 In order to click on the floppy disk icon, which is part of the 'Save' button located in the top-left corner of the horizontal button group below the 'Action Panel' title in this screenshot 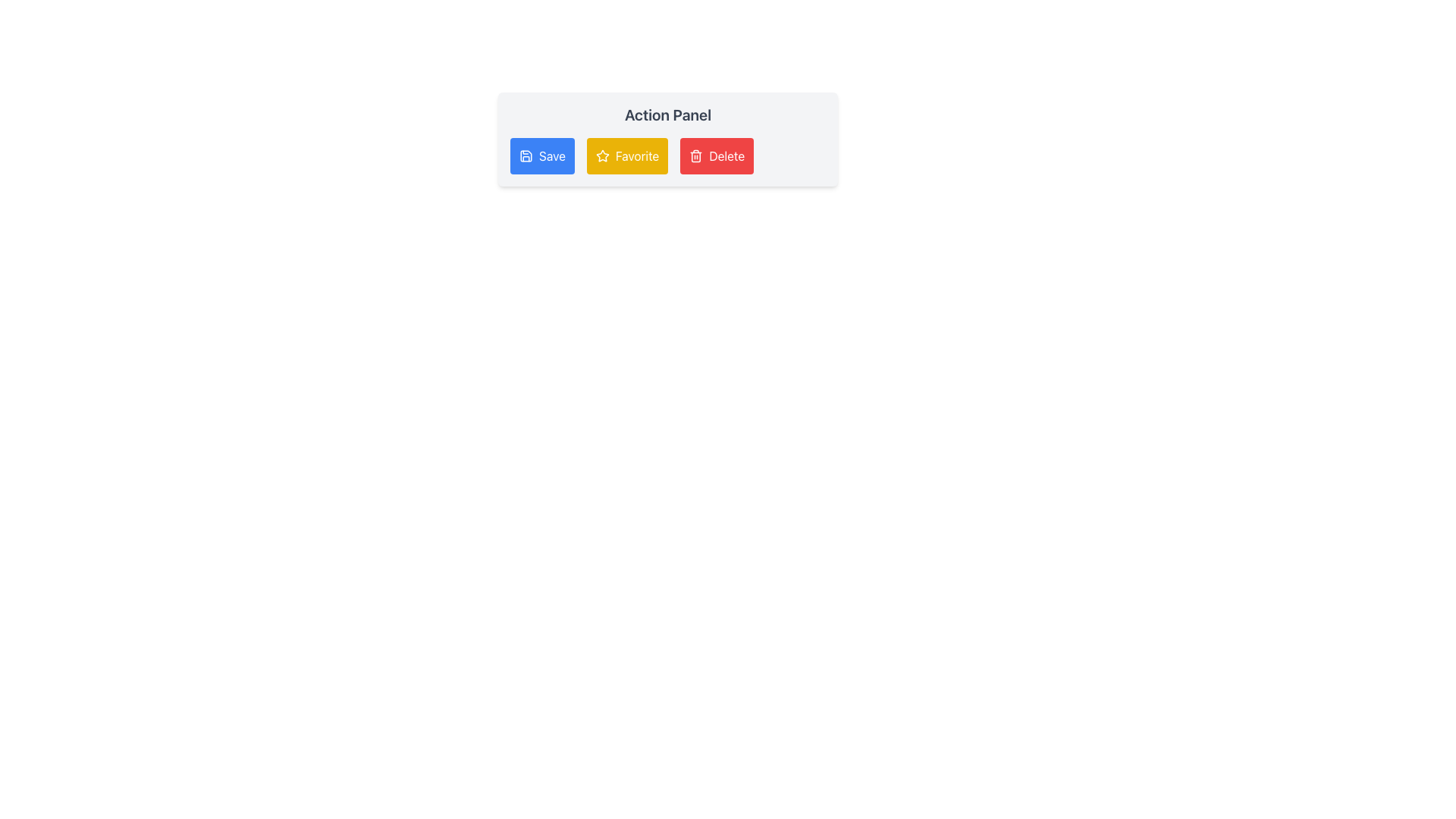, I will do `click(526, 155)`.